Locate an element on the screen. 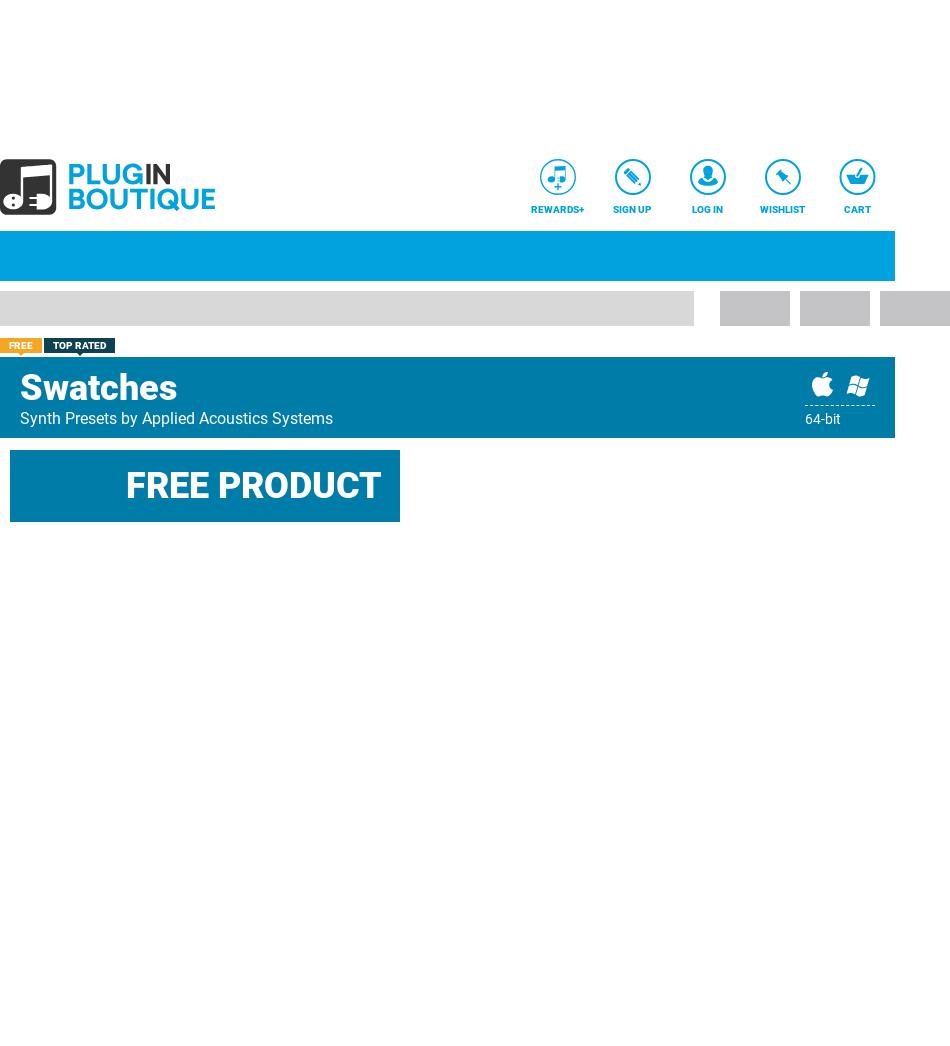 The height and width of the screenshot is (1046, 950). 'Sign Up' is located at coordinates (613, 209).